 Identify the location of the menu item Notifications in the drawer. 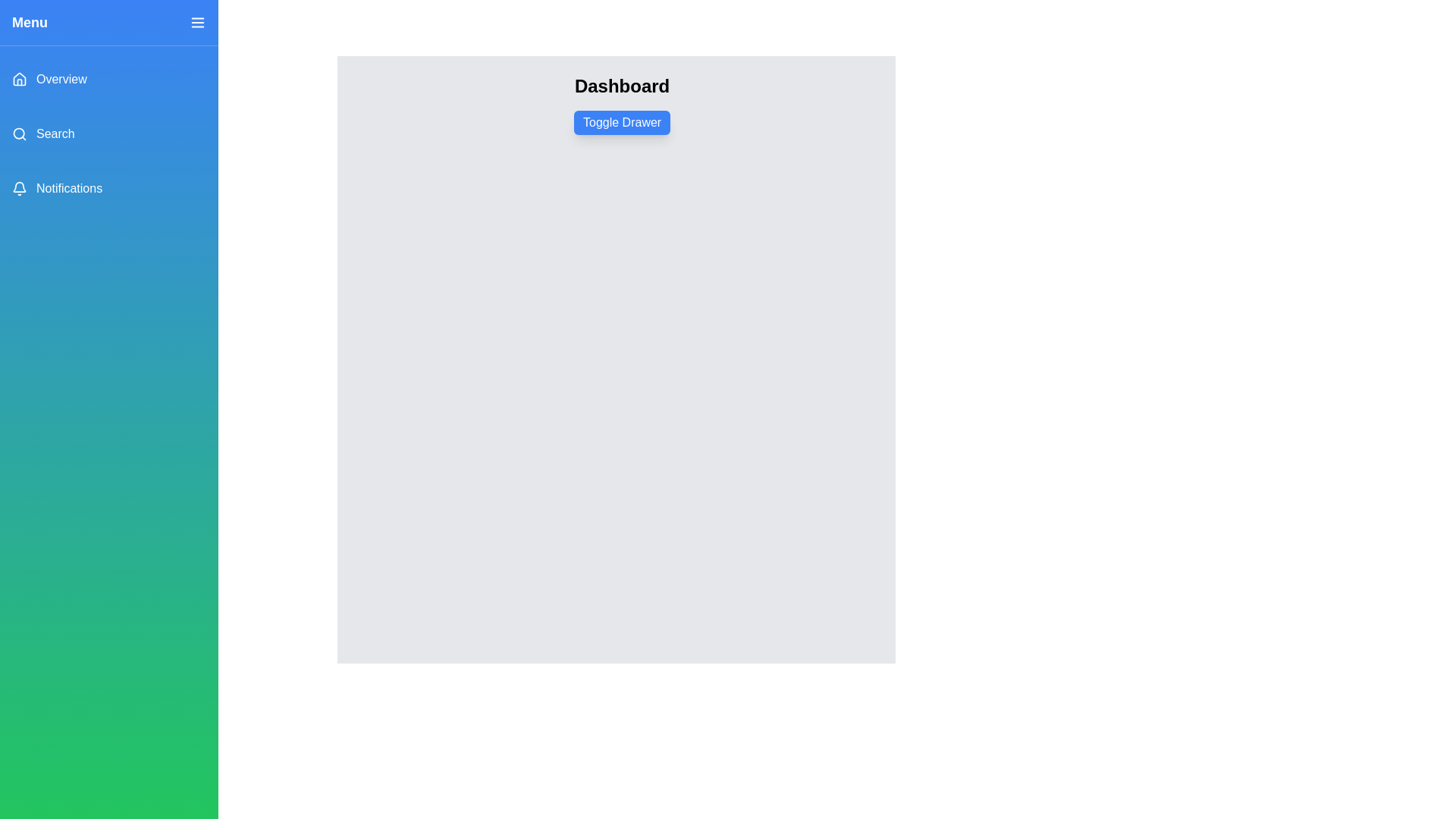
(108, 188).